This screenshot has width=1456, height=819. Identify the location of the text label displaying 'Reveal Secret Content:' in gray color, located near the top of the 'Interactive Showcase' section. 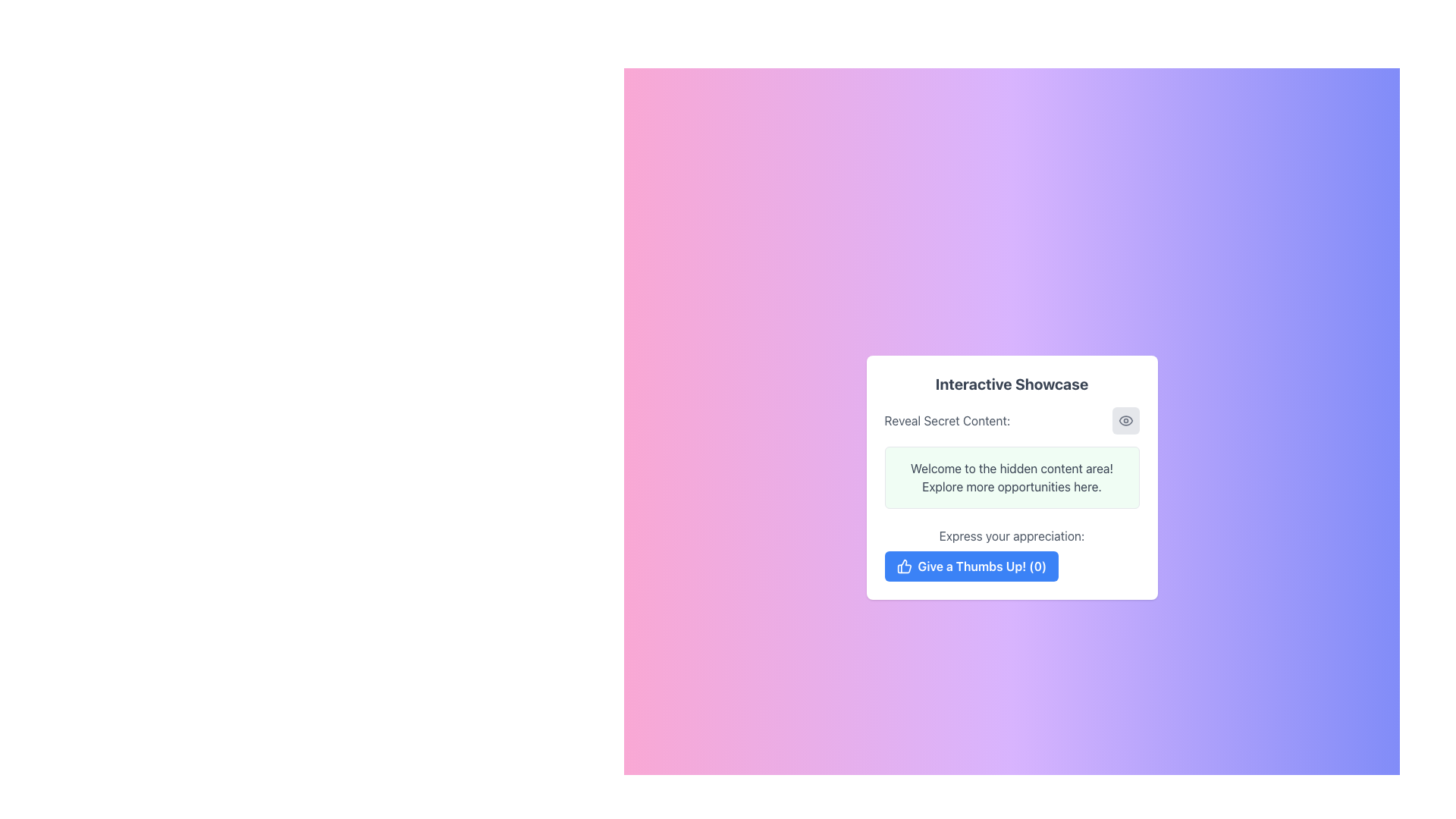
(946, 421).